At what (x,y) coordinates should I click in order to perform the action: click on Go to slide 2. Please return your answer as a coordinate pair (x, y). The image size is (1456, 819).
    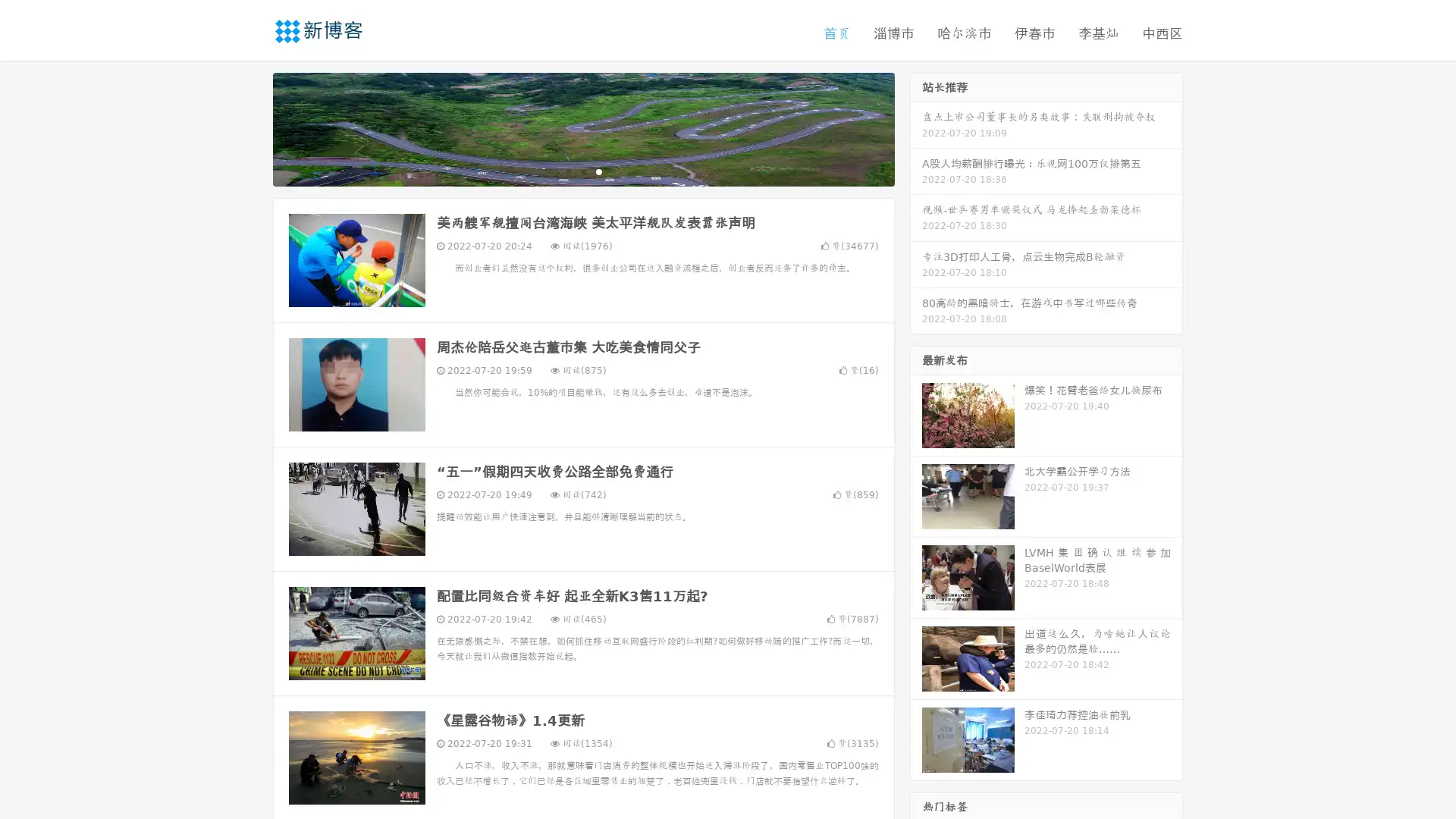
    Looking at the image, I should click on (582, 171).